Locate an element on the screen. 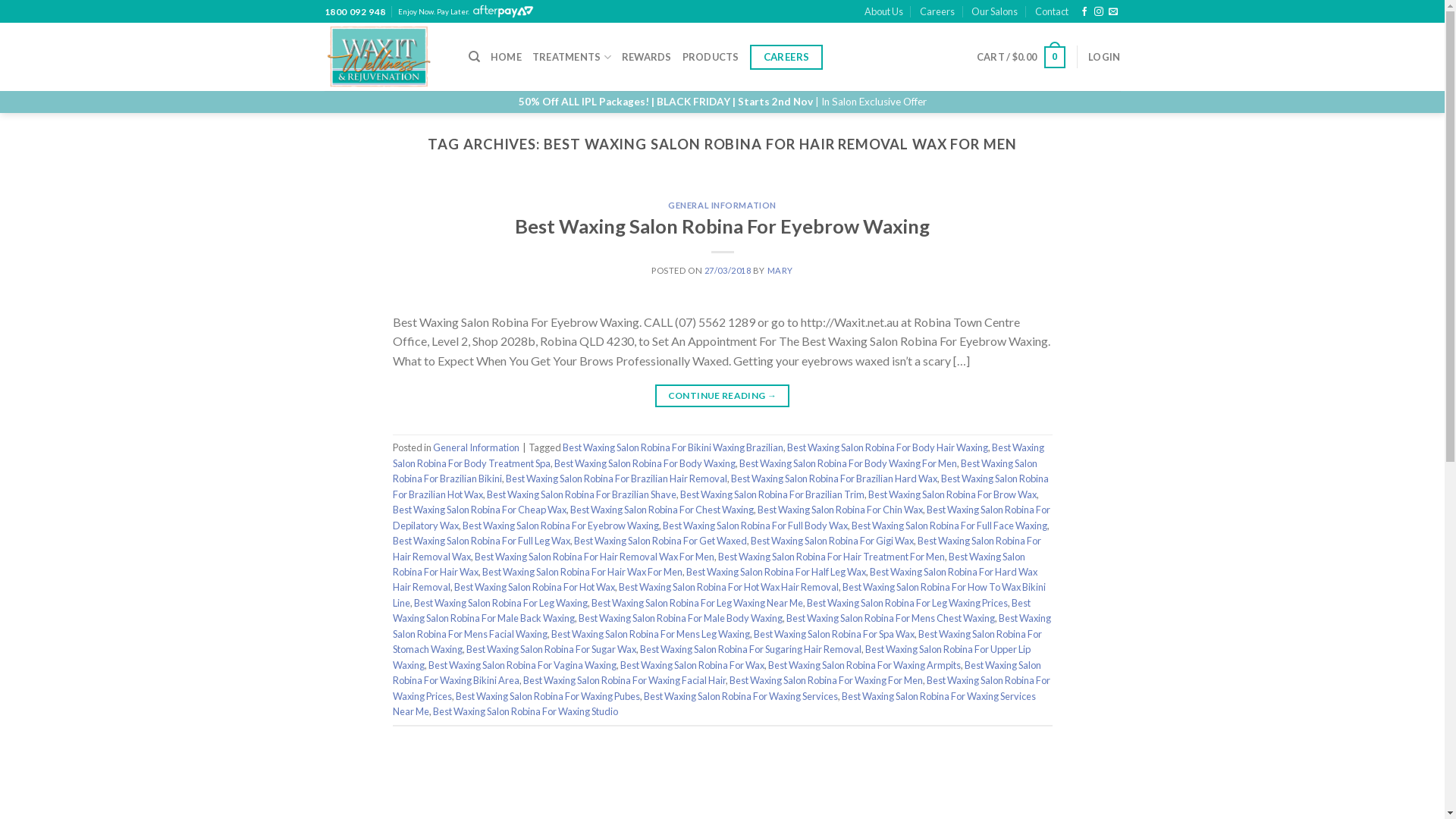  '1800 092 948' is located at coordinates (354, 11).